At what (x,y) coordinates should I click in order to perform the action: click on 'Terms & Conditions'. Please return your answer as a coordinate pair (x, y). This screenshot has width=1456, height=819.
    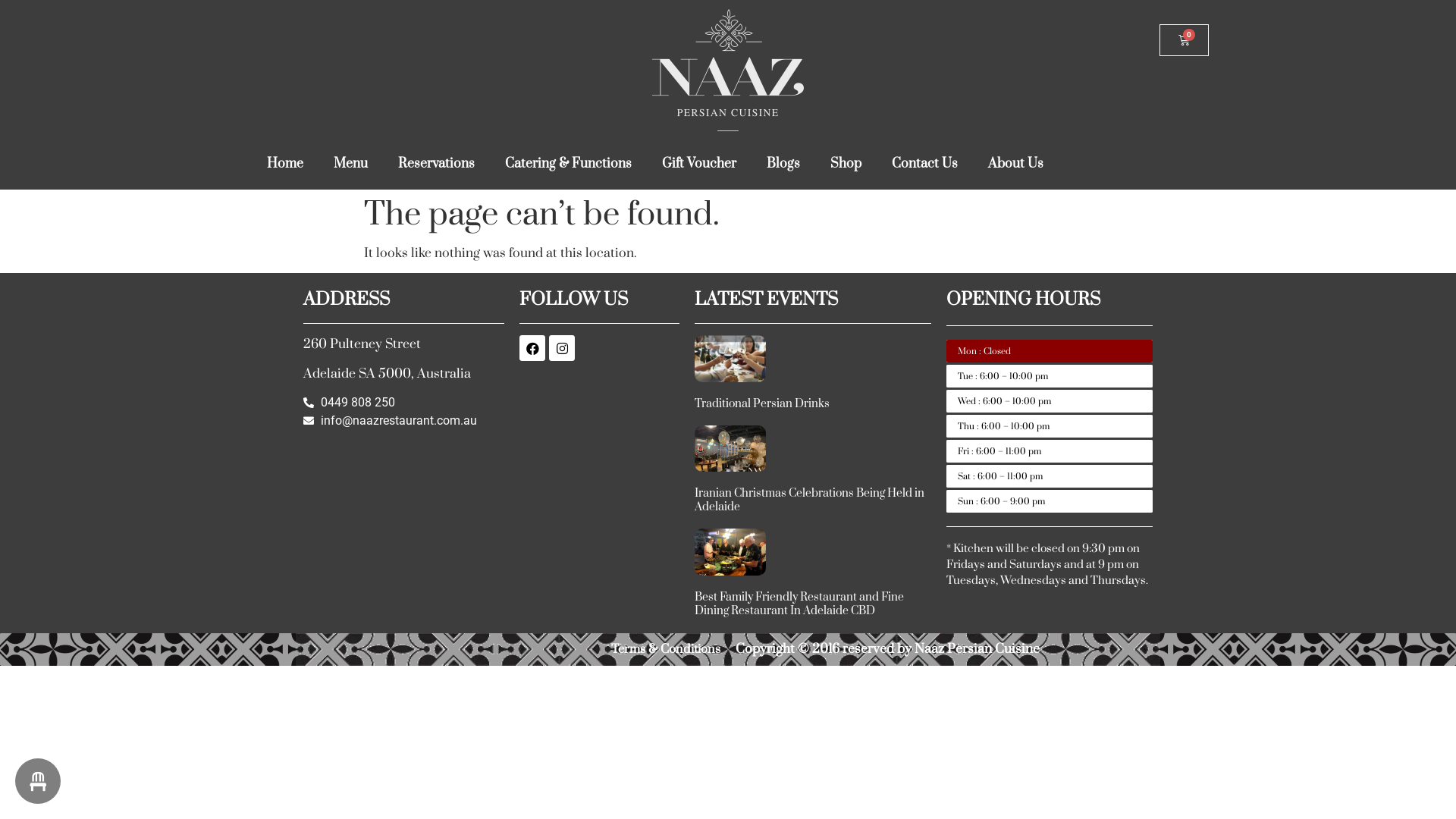
    Looking at the image, I should click on (666, 648).